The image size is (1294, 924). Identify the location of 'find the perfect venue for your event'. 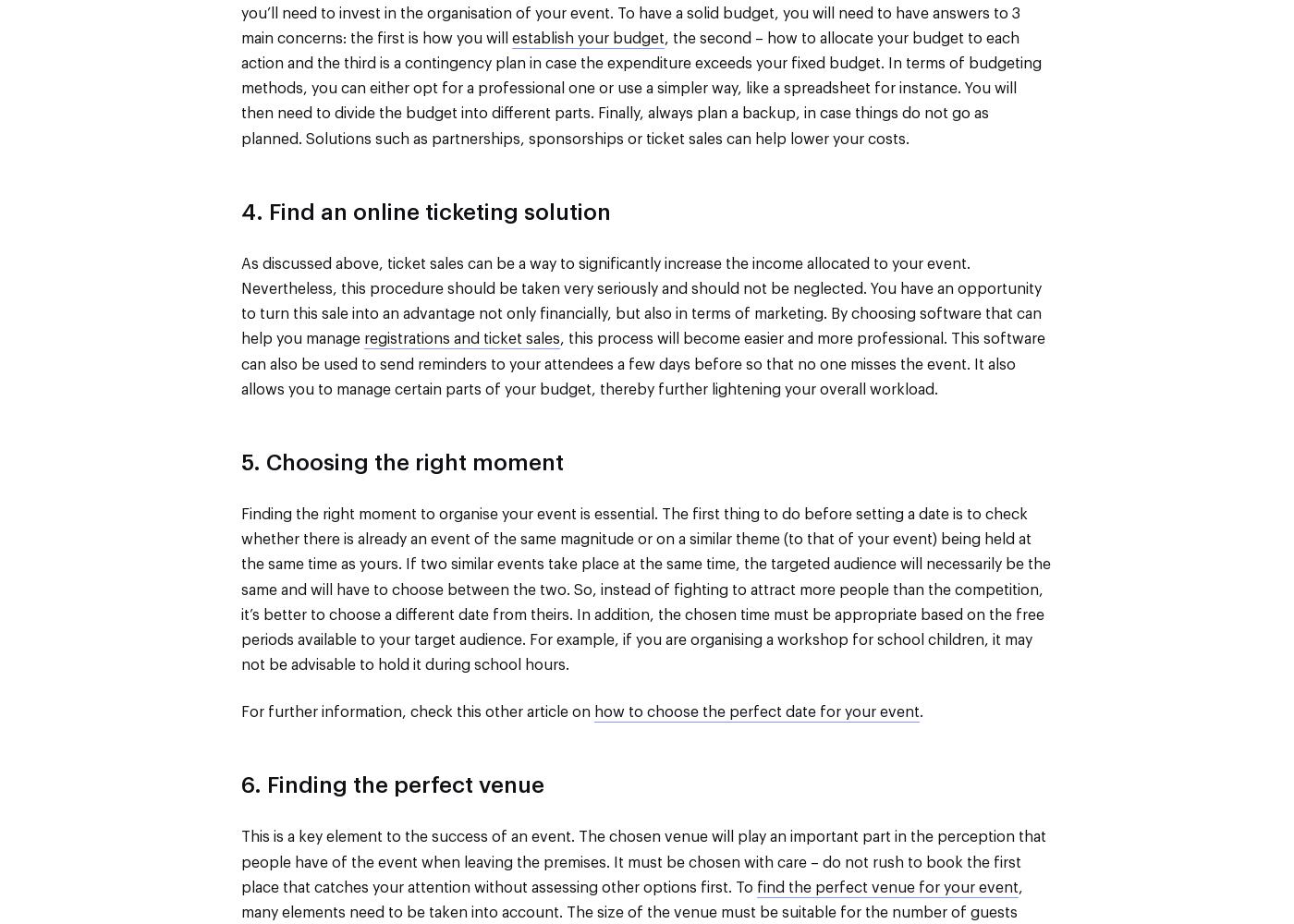
(887, 886).